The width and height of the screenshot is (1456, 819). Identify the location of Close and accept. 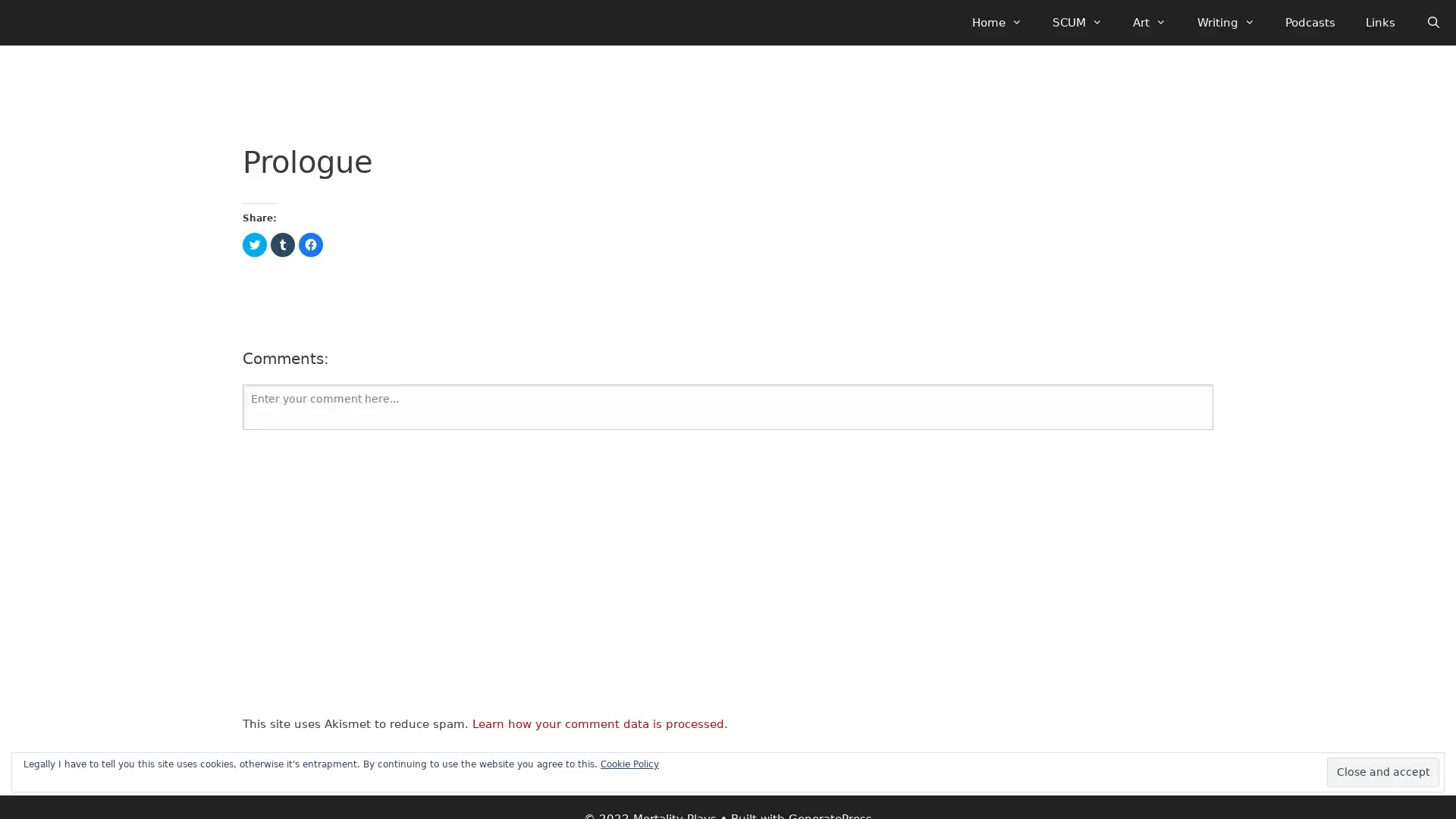
(1383, 772).